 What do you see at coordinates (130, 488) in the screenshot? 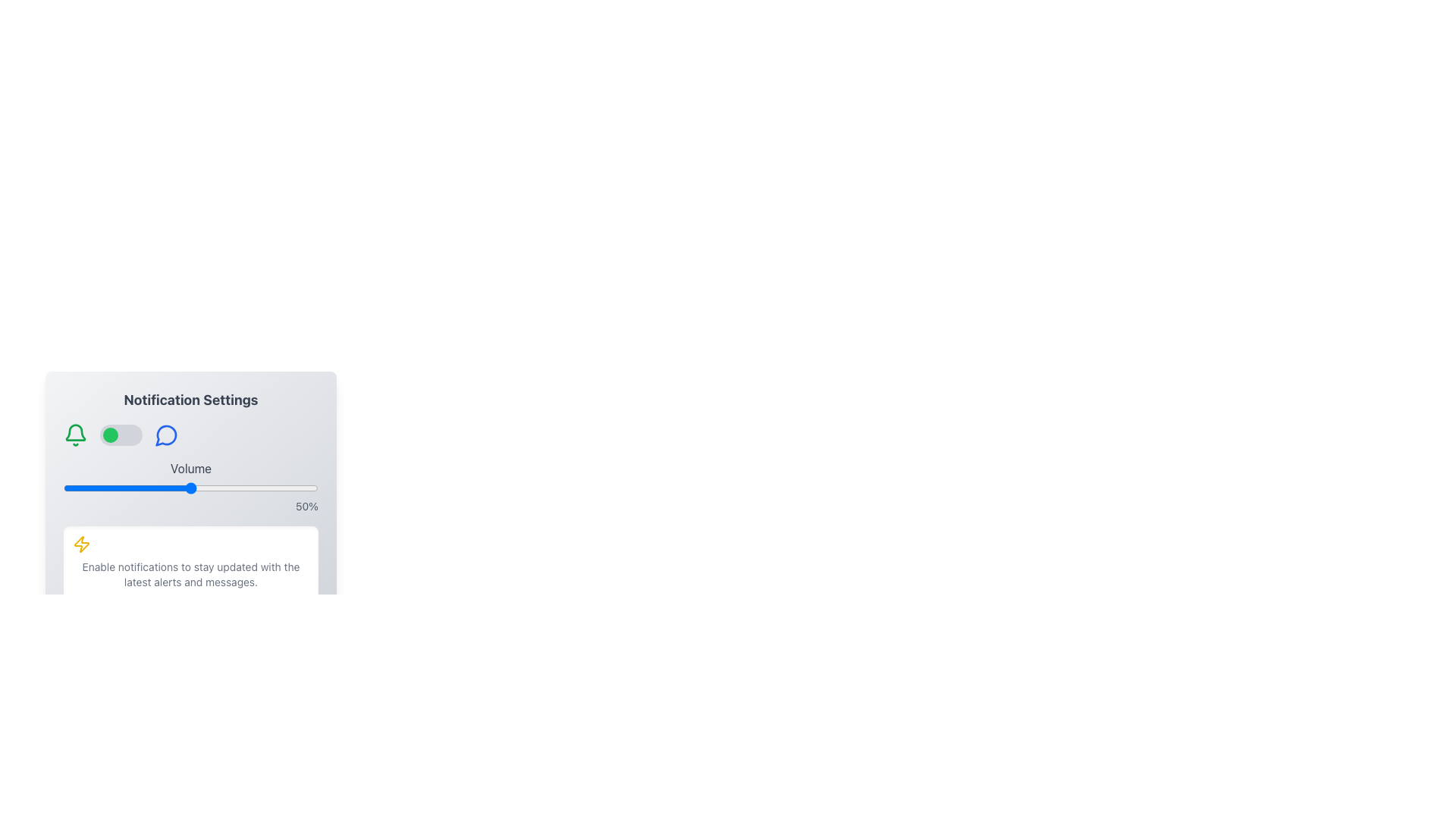
I see `the volume` at bounding box center [130, 488].